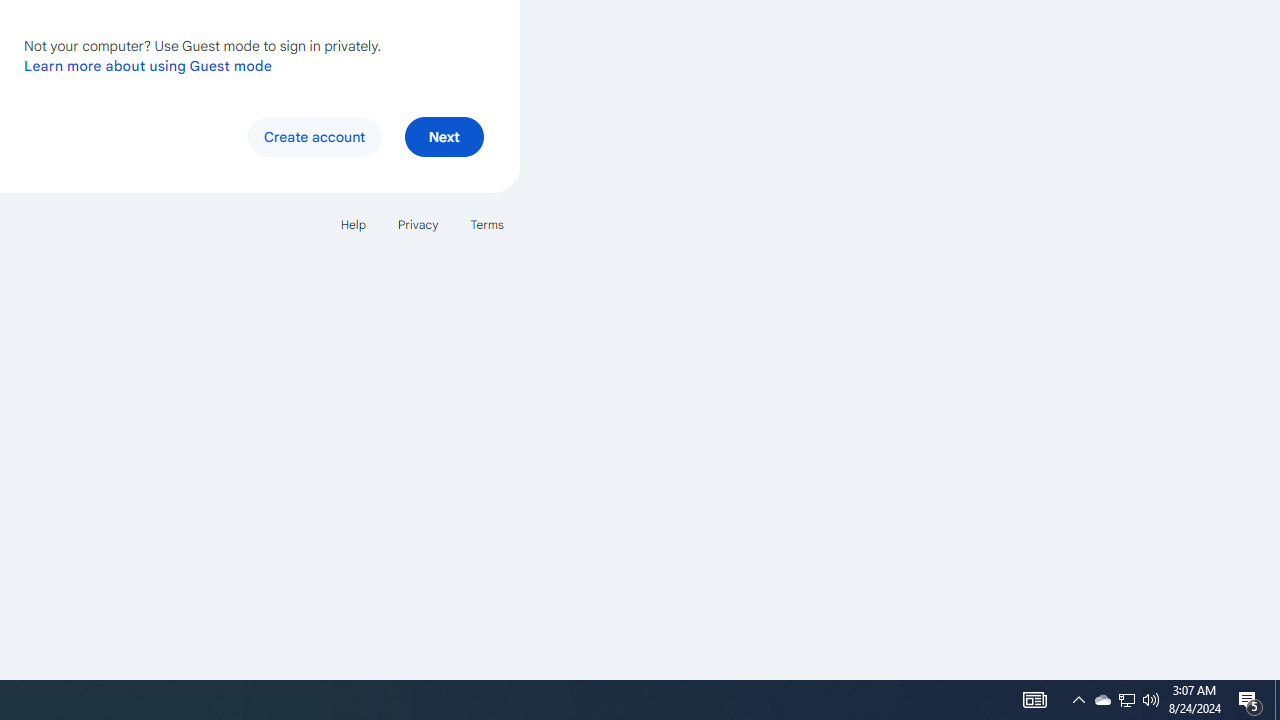 The image size is (1280, 720). I want to click on 'Create account', so click(313, 135).